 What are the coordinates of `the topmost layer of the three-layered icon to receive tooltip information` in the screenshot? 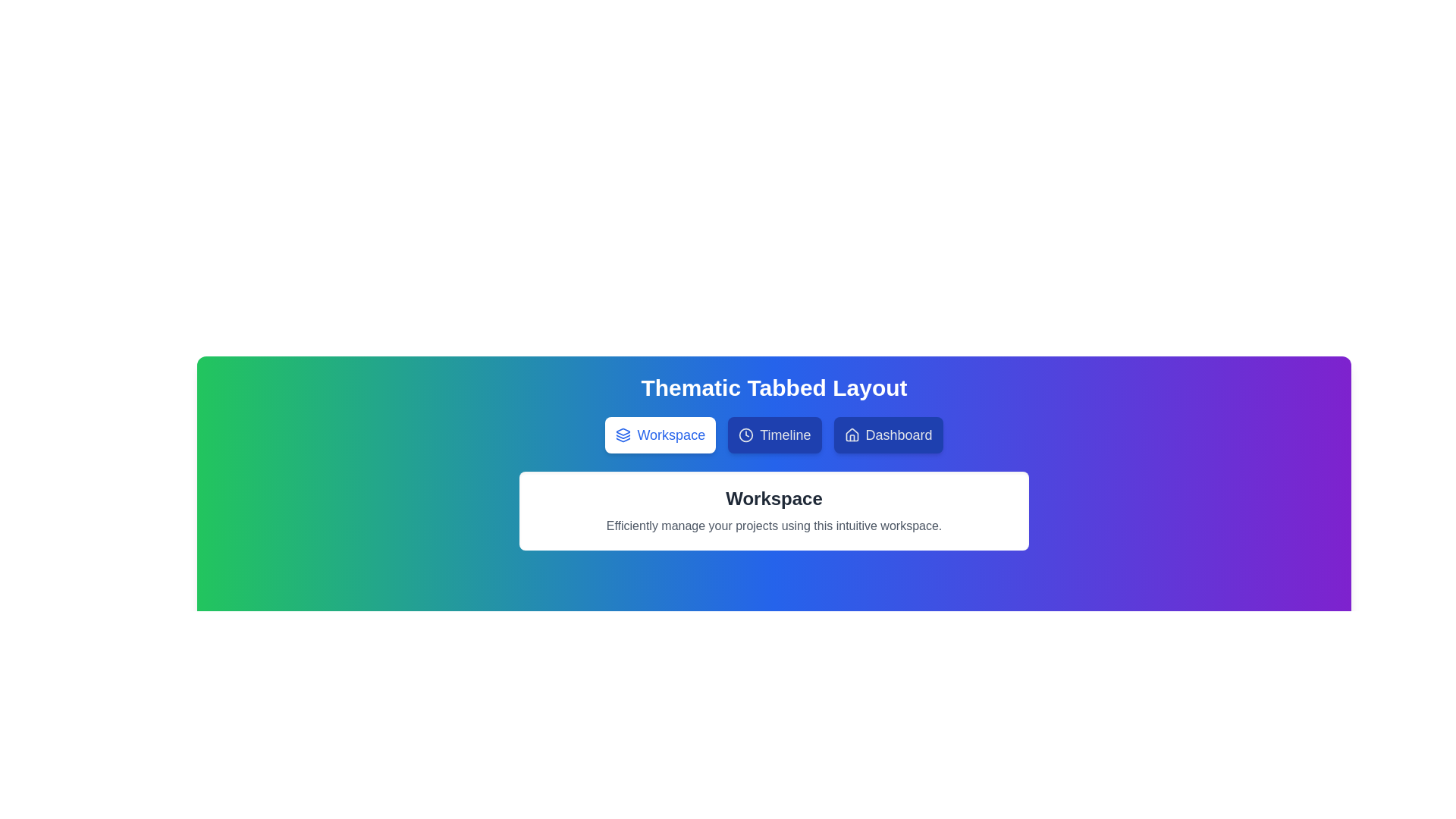 It's located at (623, 431).